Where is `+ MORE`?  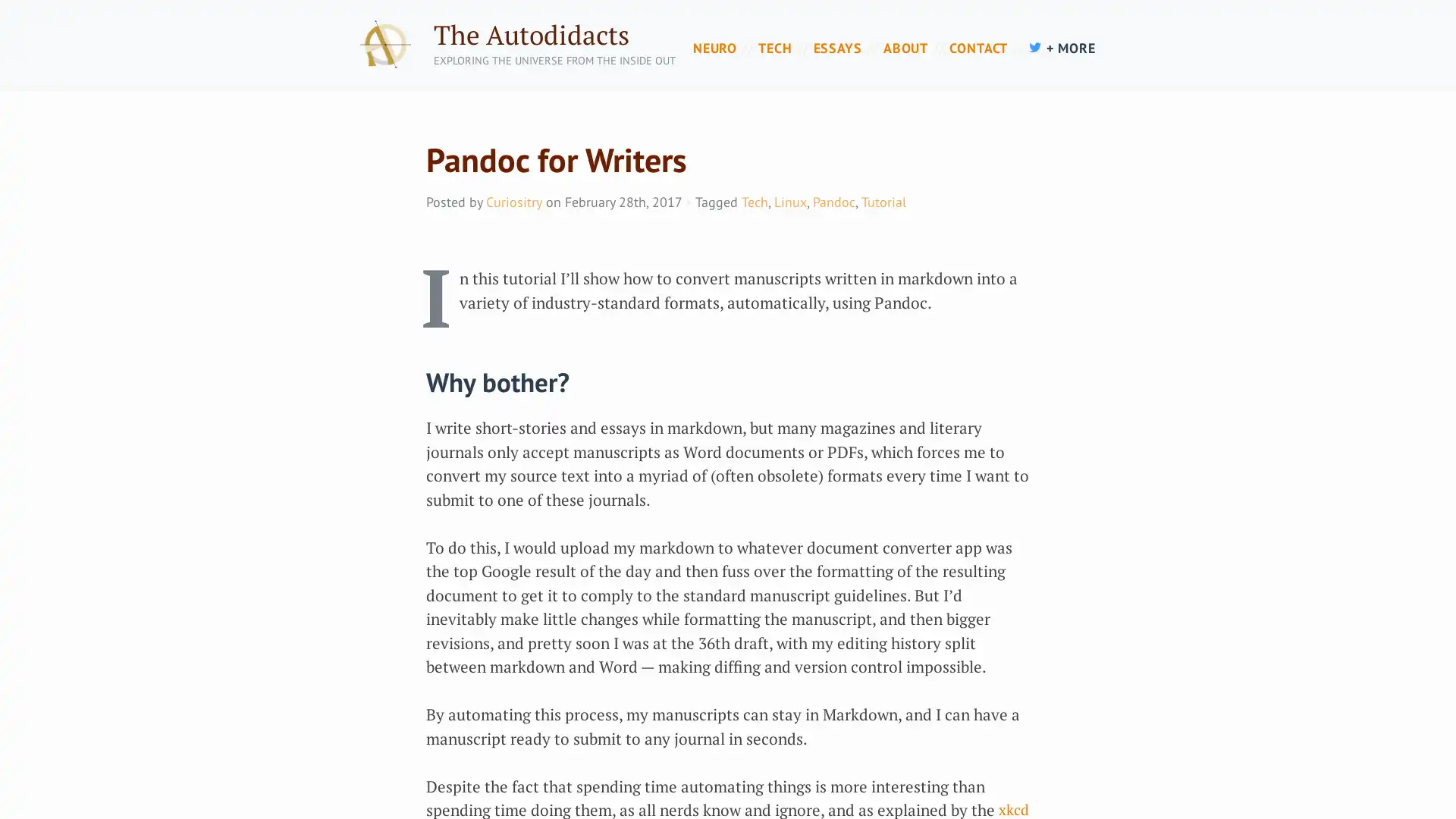
+ MORE is located at coordinates (1068, 46).